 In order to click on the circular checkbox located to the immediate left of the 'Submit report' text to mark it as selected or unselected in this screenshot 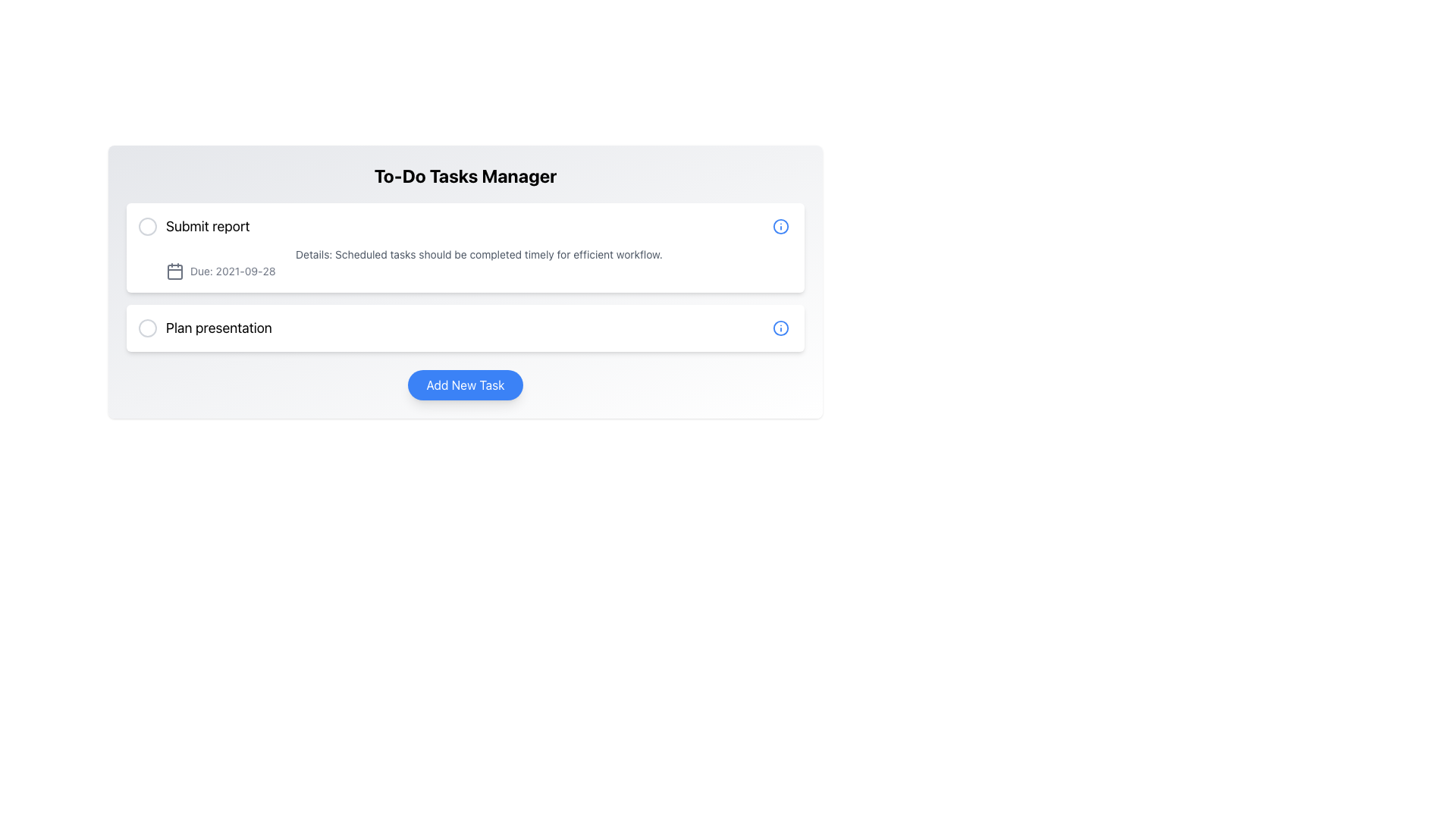, I will do `click(148, 227)`.